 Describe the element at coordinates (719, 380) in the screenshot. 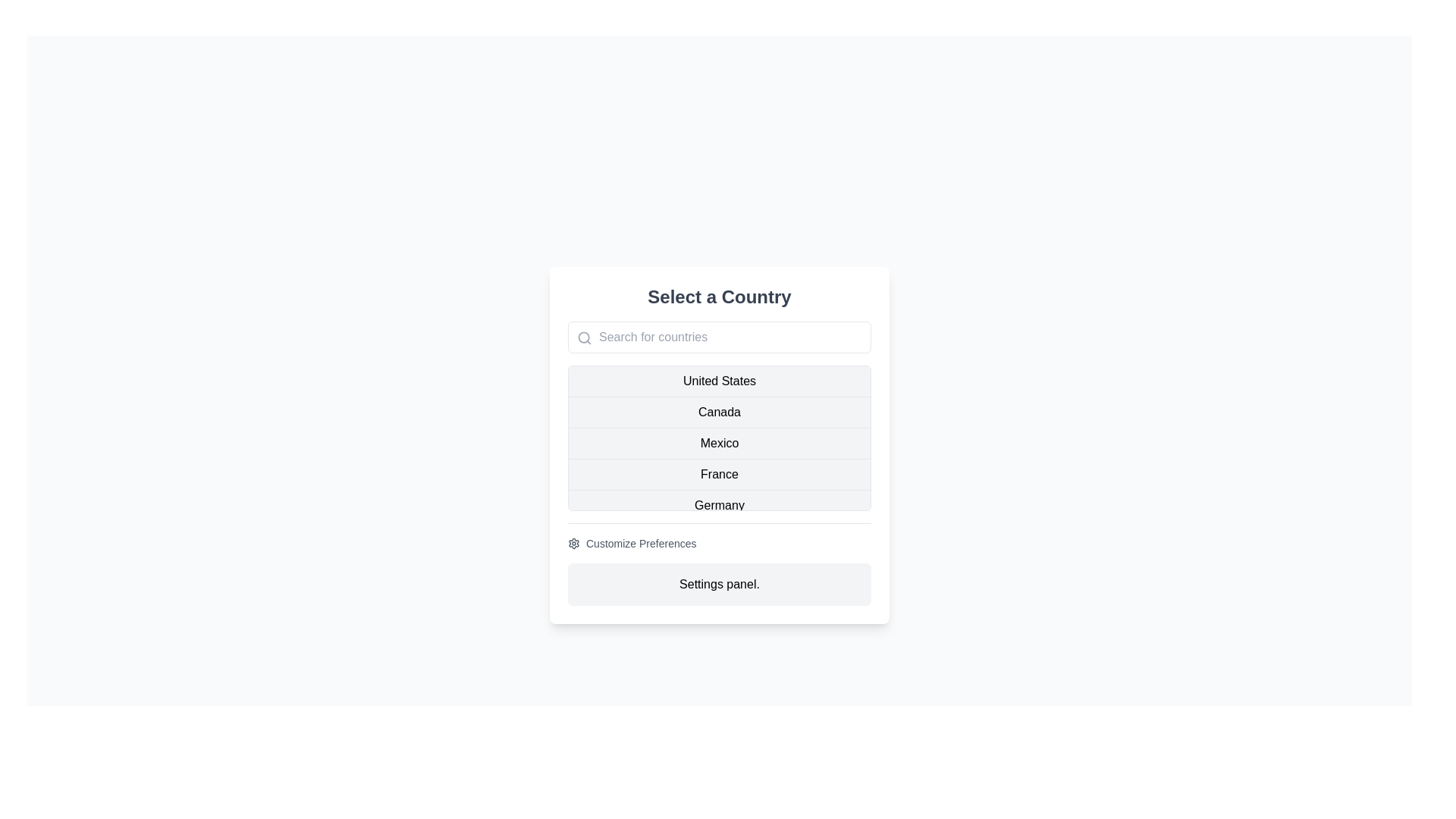

I see `the first item in the selectable list of country names located directly below the search field` at that location.